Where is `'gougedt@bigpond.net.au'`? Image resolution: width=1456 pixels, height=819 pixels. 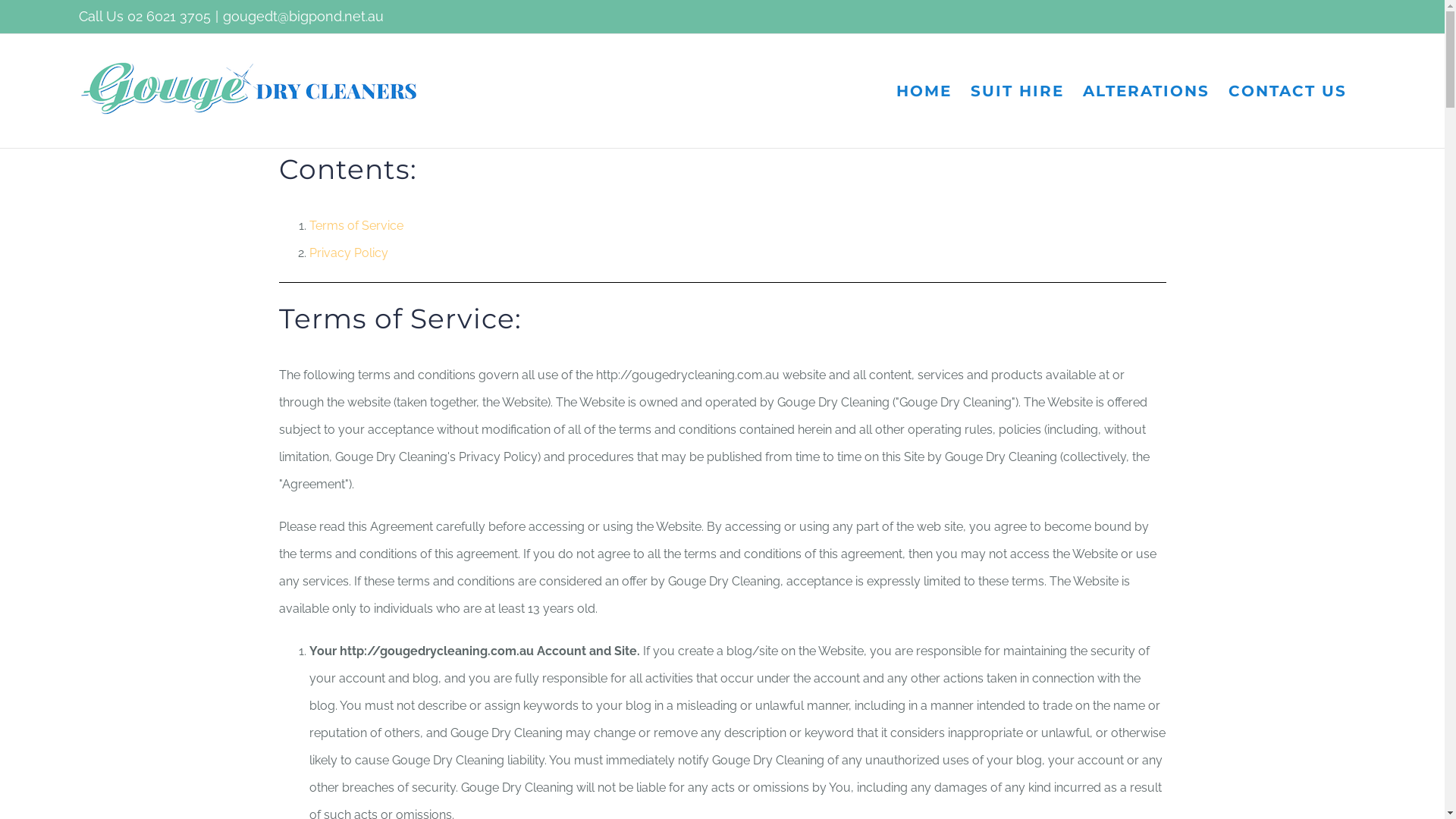
'gougedt@bigpond.net.au' is located at coordinates (303, 16).